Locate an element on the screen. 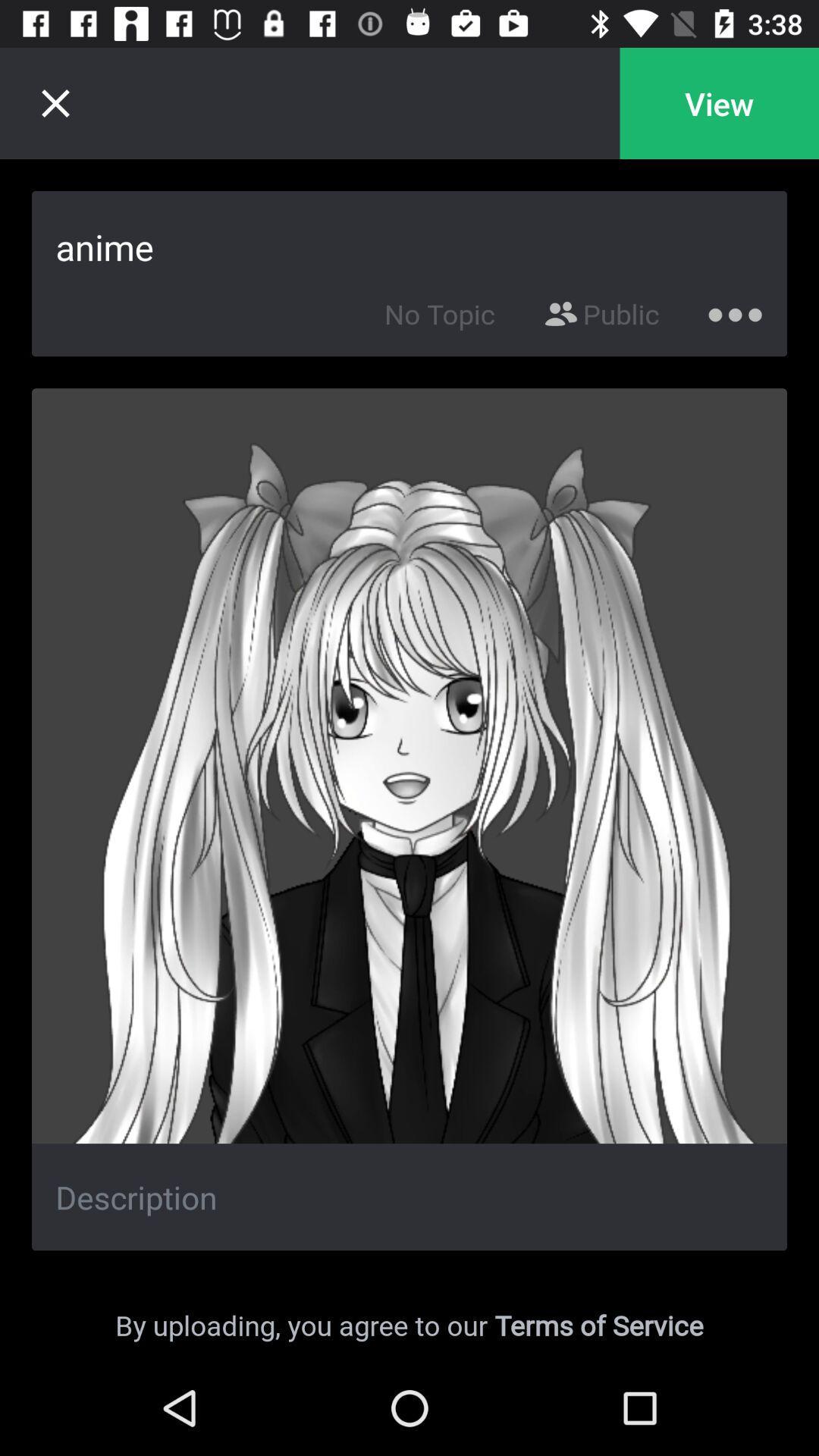 The image size is (819, 1456). quit for menu is located at coordinates (55, 102).